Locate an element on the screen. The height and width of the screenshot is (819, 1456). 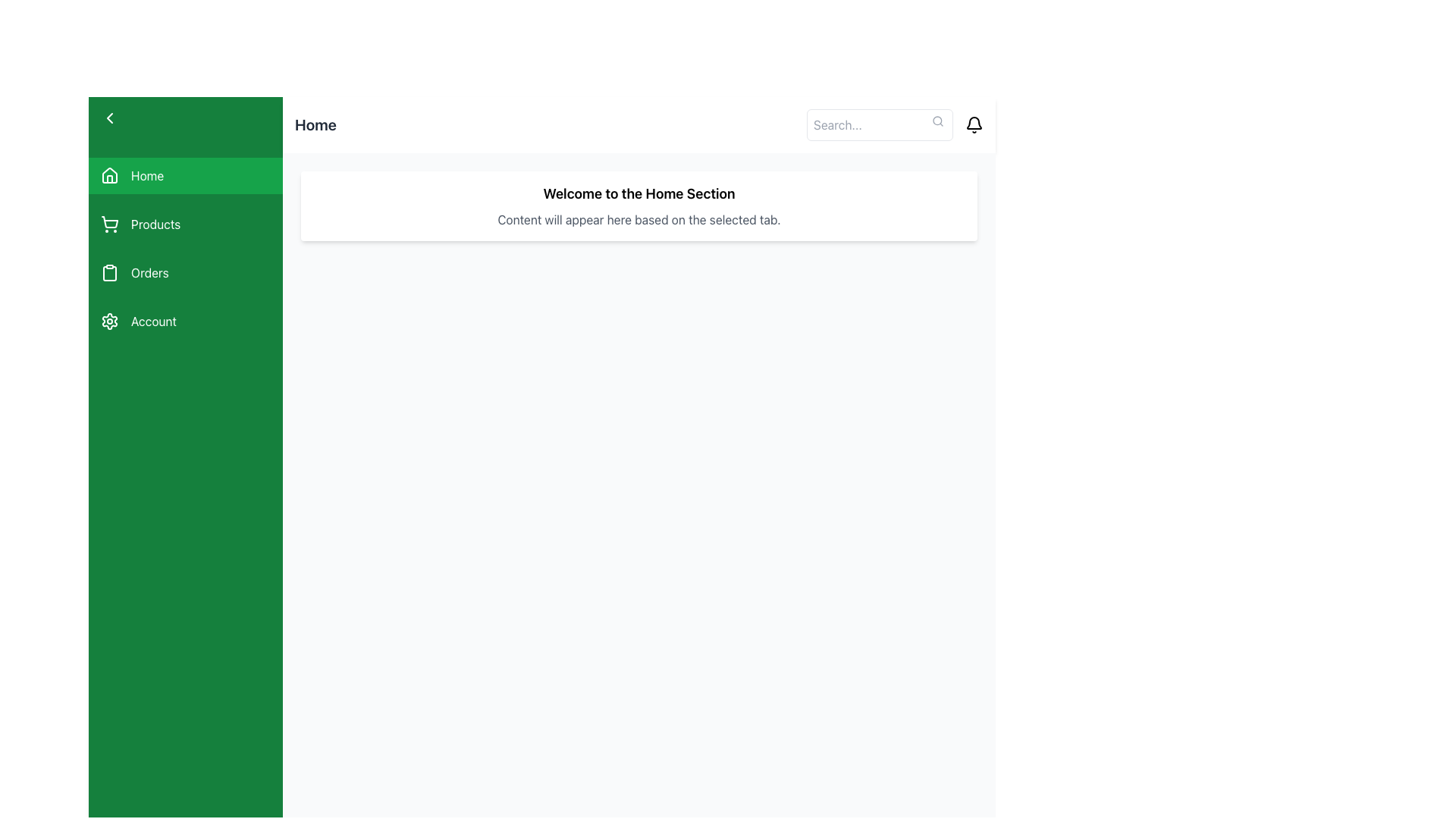
the house door icon located in the lower section of the house icon in the navigation bar, positioned to the left of the 'Home' text is located at coordinates (108, 178).